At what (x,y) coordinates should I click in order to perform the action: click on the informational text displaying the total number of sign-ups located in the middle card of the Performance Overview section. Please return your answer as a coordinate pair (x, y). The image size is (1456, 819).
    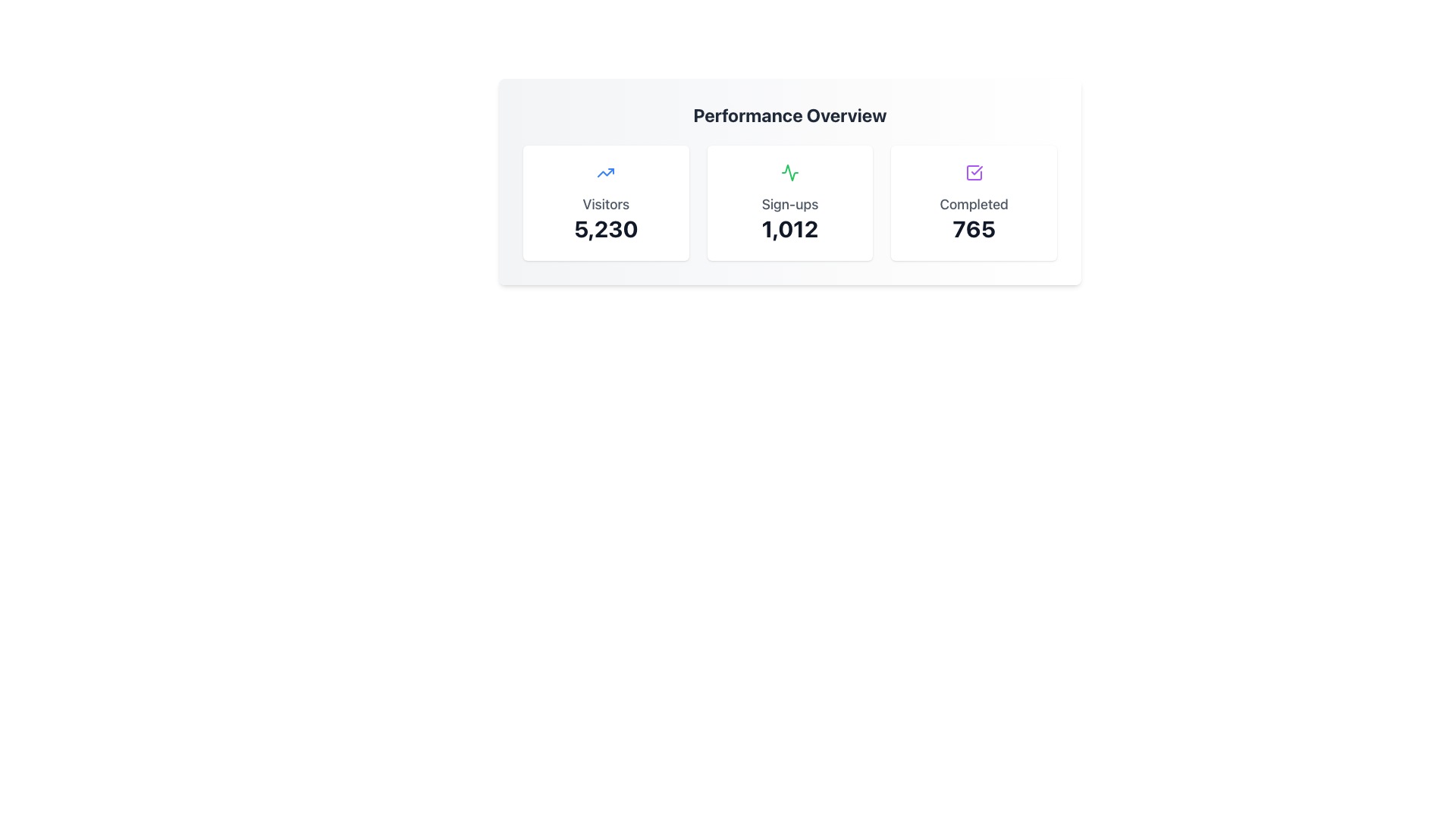
    Looking at the image, I should click on (789, 228).